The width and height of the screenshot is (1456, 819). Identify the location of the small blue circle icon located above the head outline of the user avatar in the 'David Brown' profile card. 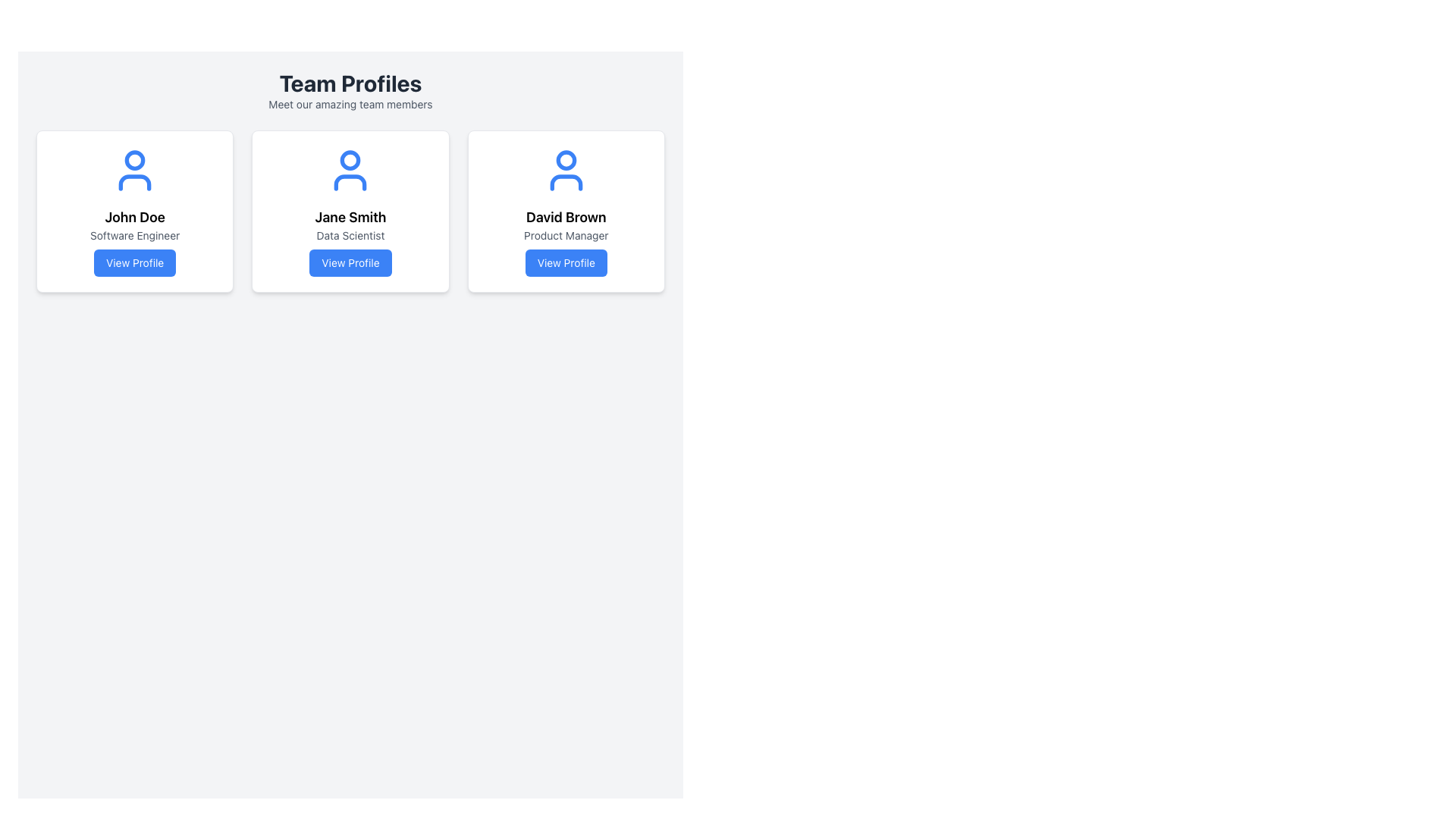
(565, 160).